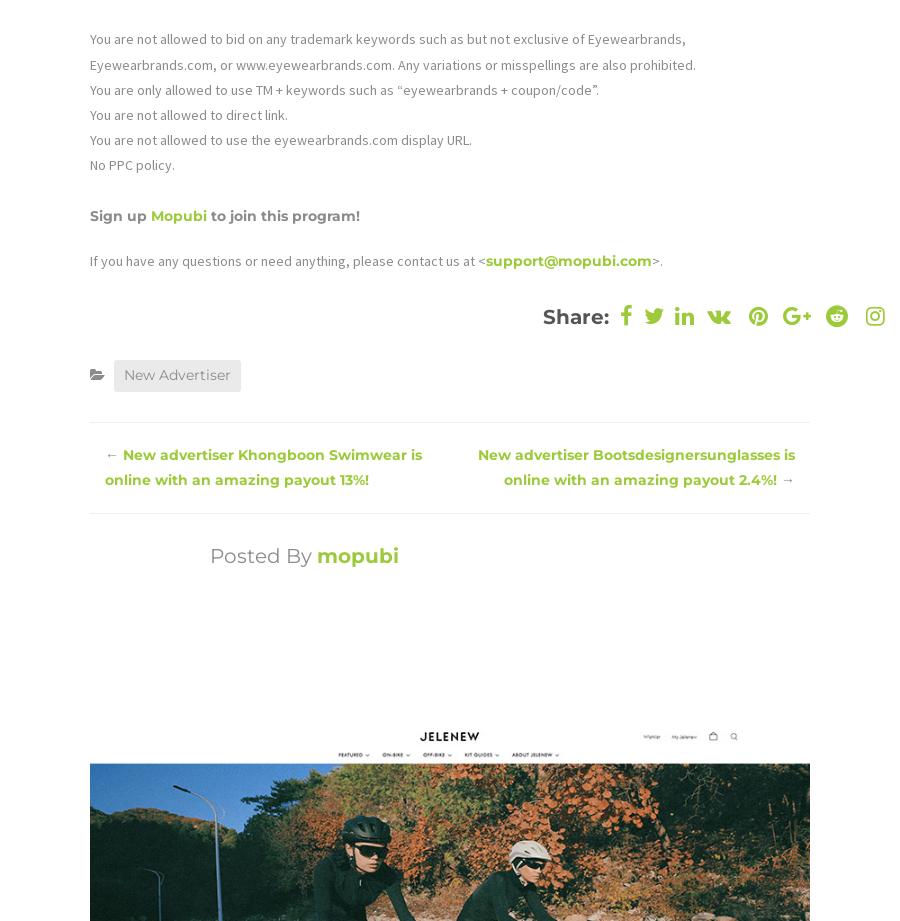 Image resolution: width=900 pixels, height=921 pixels. What do you see at coordinates (89, 213) in the screenshot?
I see `'Sign up'` at bounding box center [89, 213].